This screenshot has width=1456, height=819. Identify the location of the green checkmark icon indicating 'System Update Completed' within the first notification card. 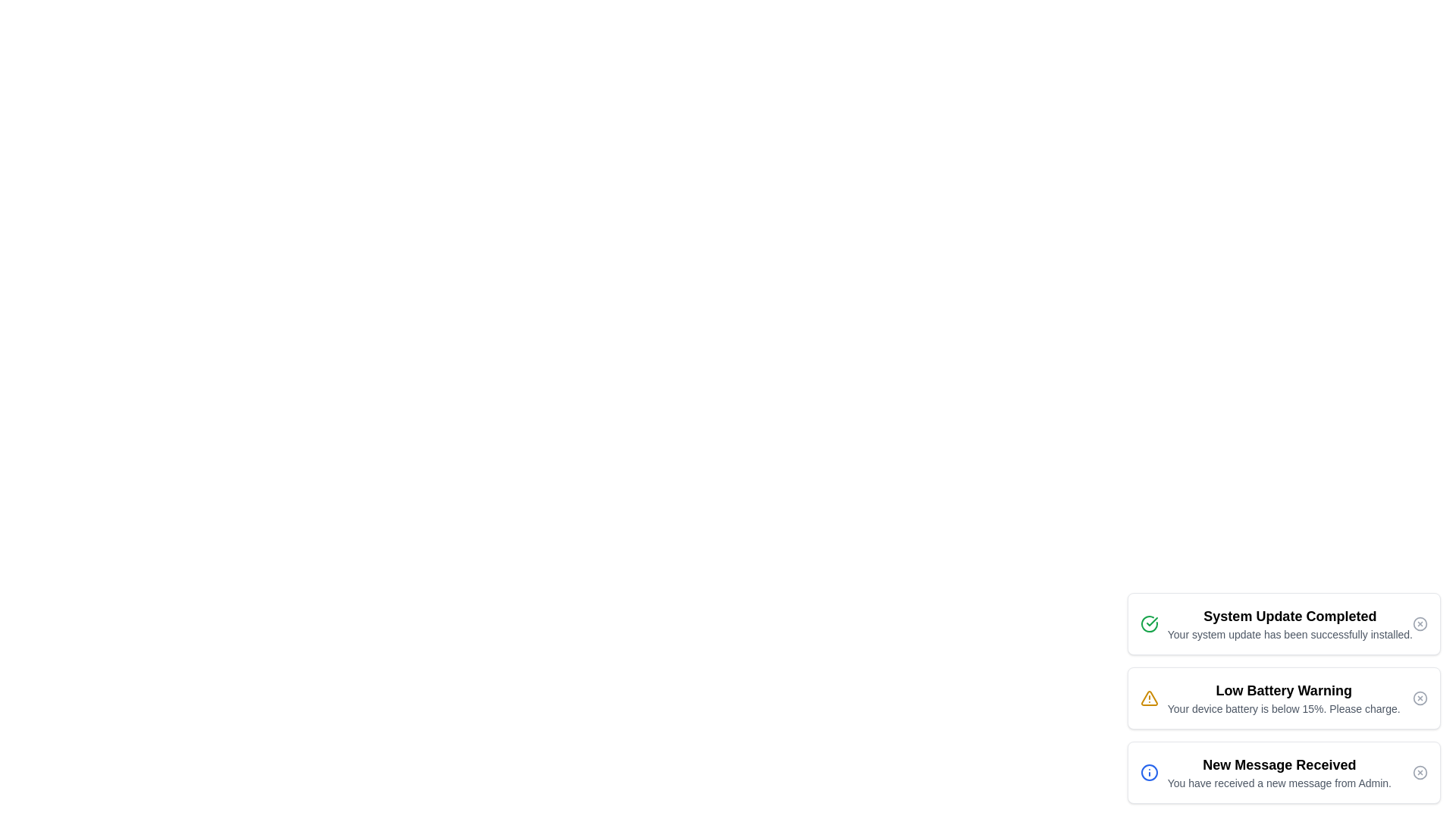
(1152, 622).